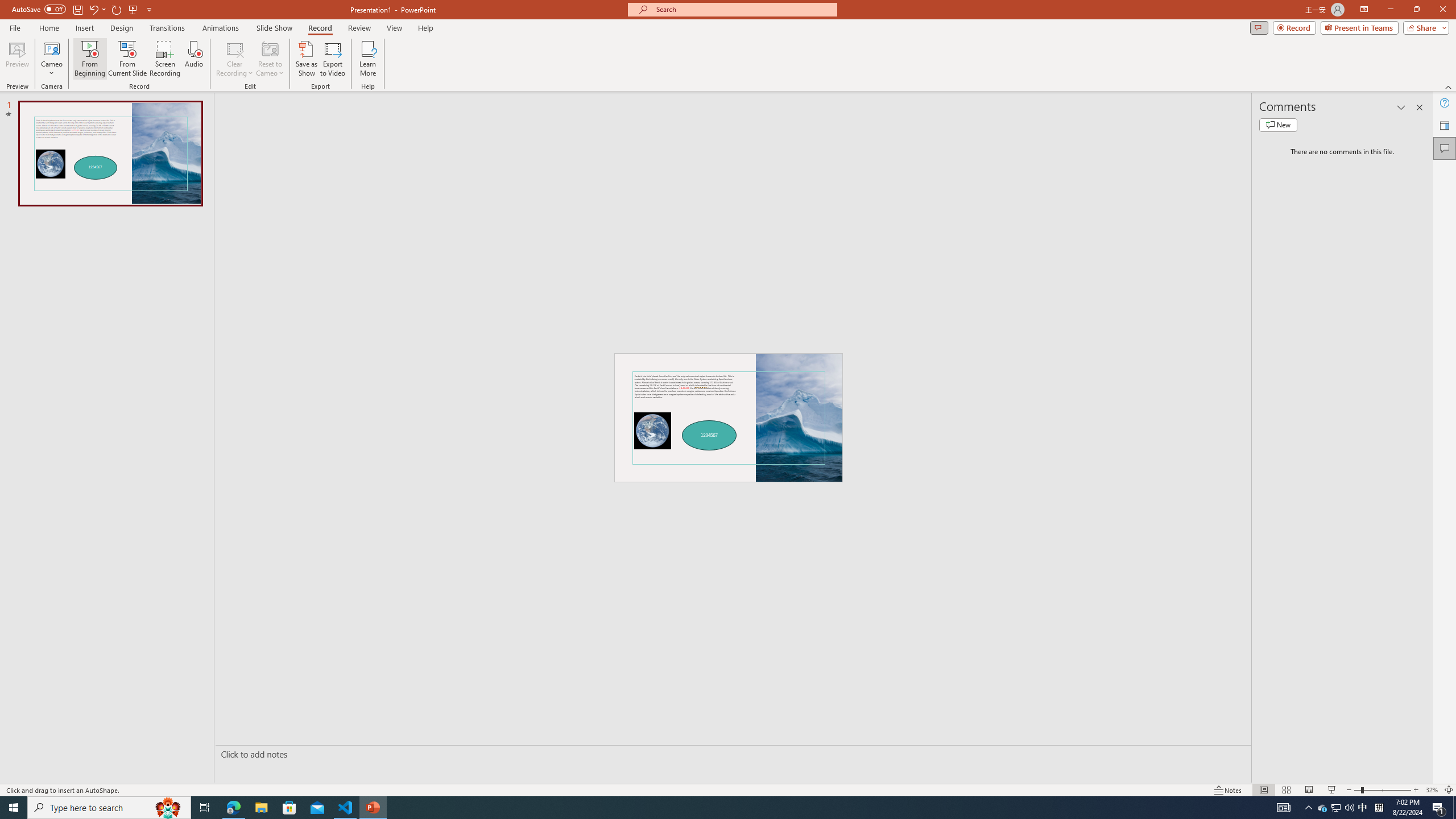 This screenshot has width=1456, height=819. Describe the element at coordinates (1444, 126) in the screenshot. I see `'Feedback to Microsoft'` at that location.